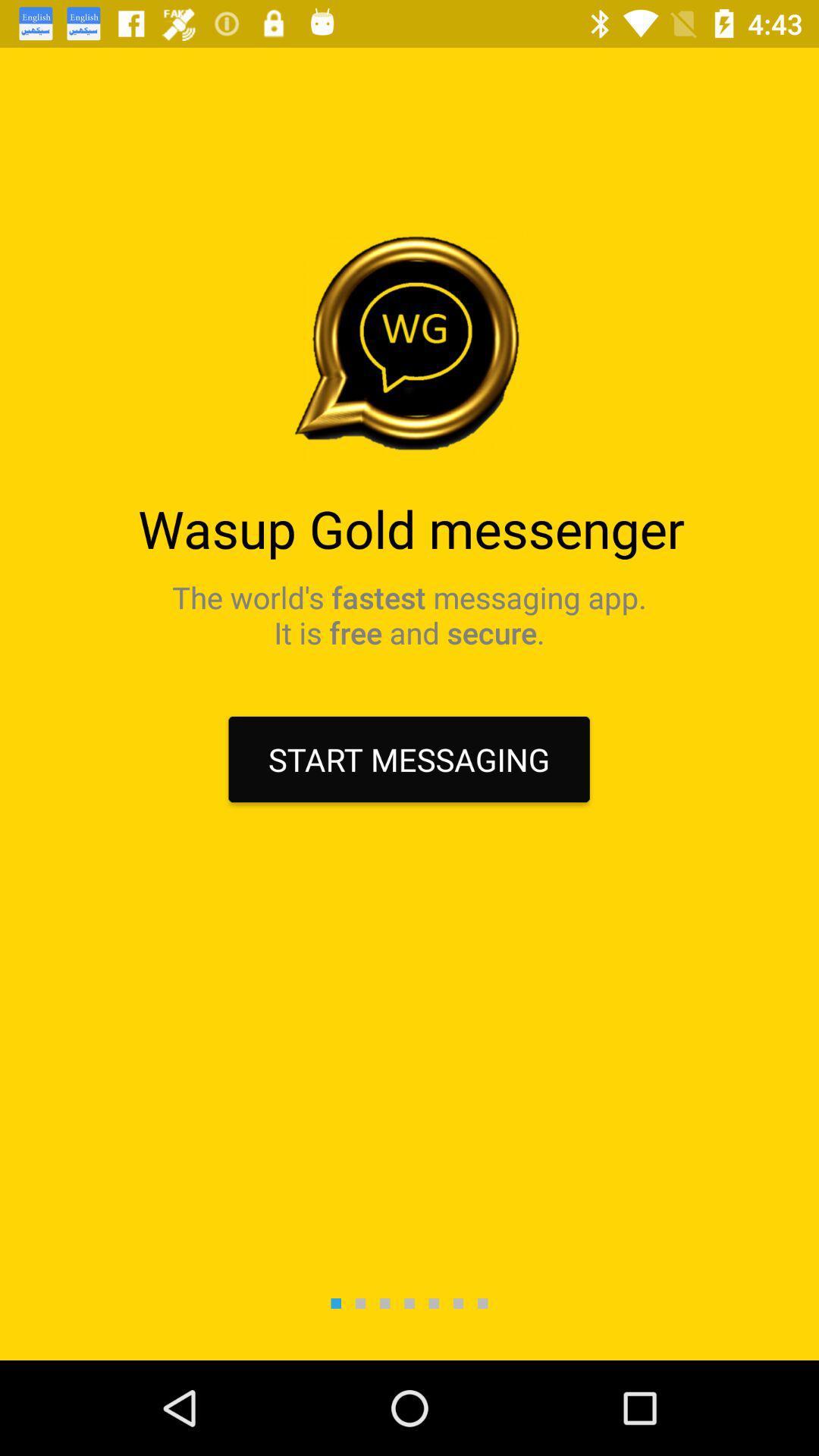  I want to click on start messaging, so click(408, 759).